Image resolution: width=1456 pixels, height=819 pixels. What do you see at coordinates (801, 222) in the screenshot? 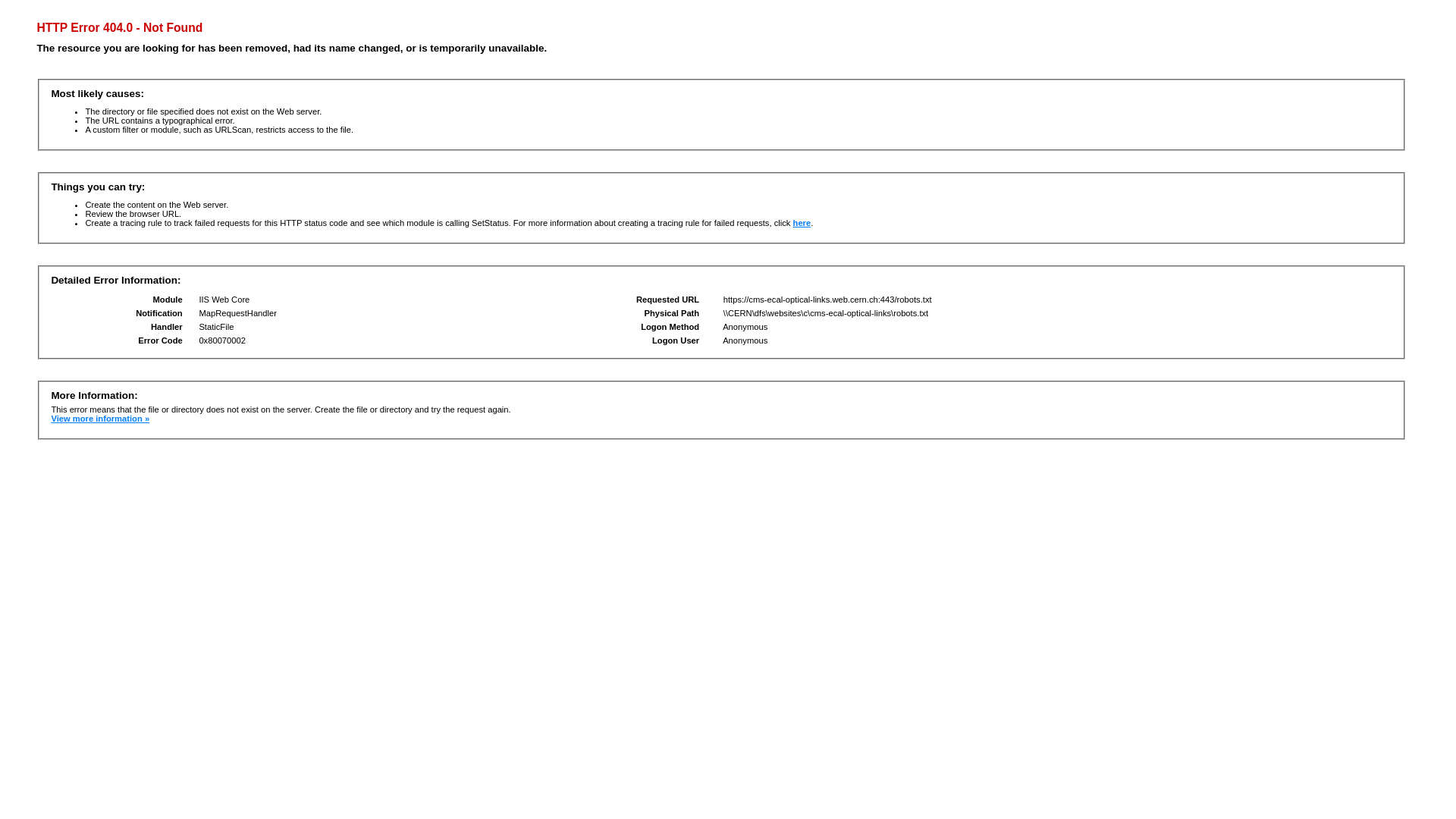
I see `'here'` at bounding box center [801, 222].